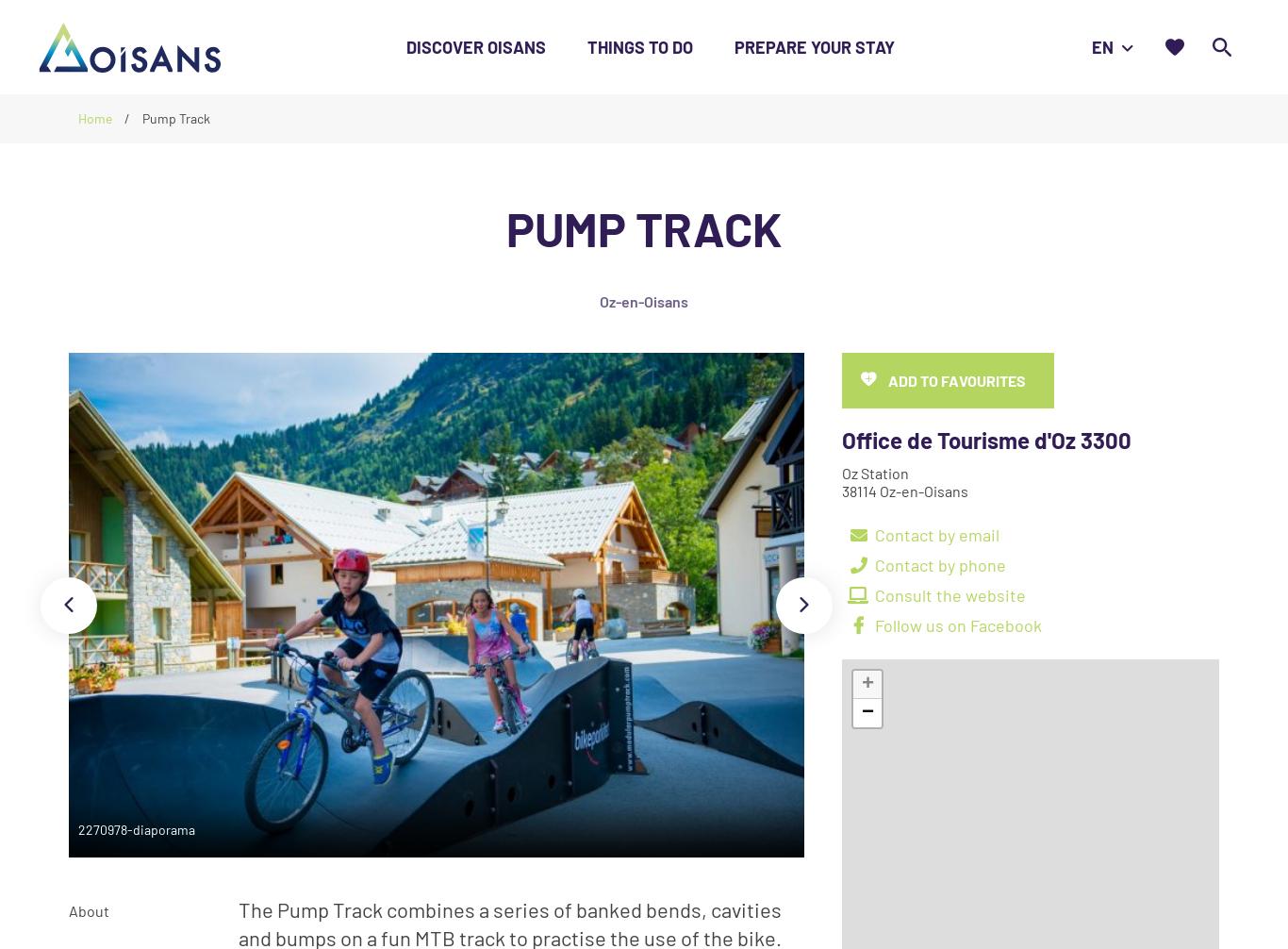 Image resolution: width=1288 pixels, height=949 pixels. What do you see at coordinates (875, 472) in the screenshot?
I see `'Oz Station'` at bounding box center [875, 472].